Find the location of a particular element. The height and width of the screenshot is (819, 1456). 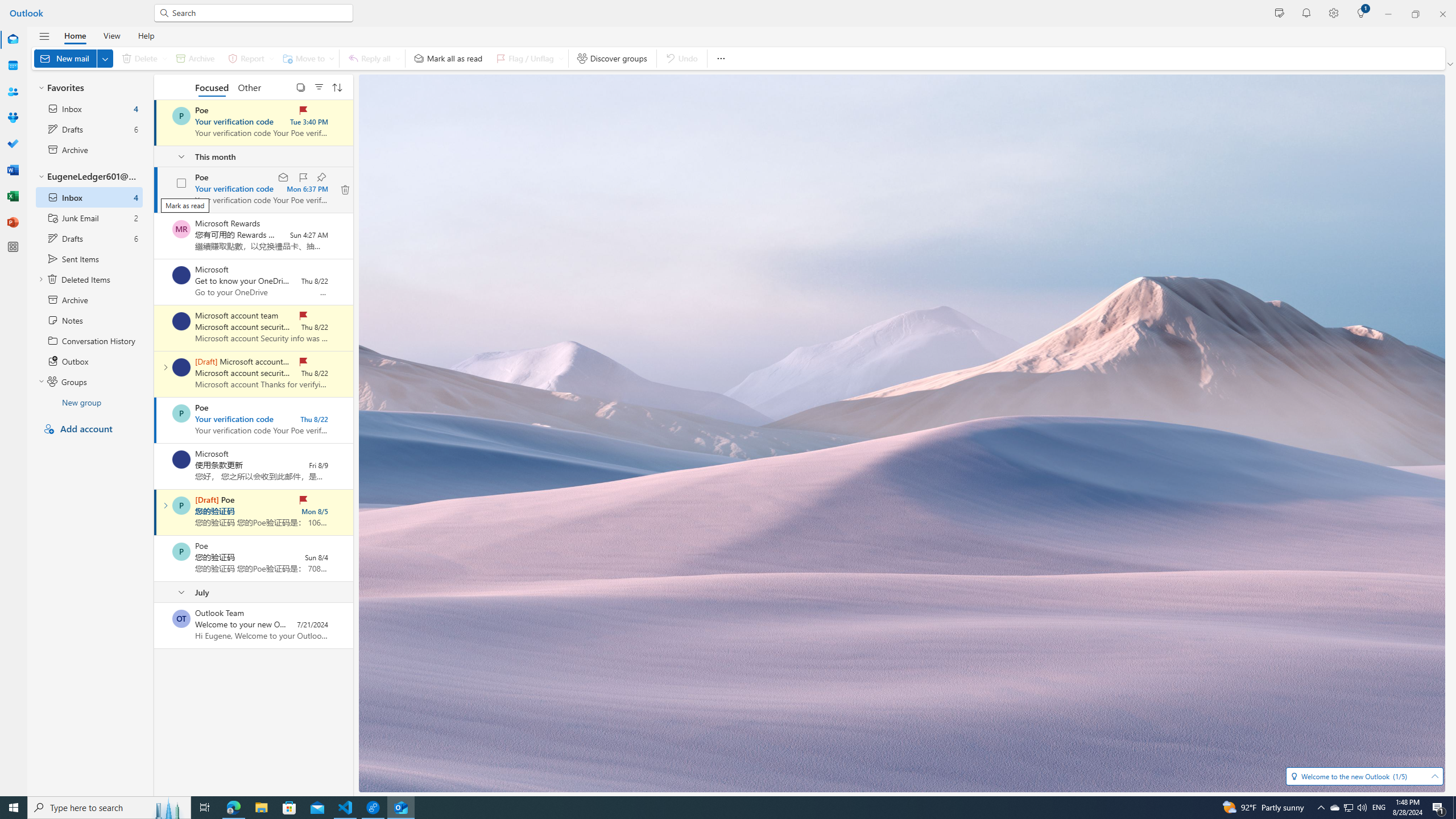

'Microsoft' is located at coordinates (180, 459).